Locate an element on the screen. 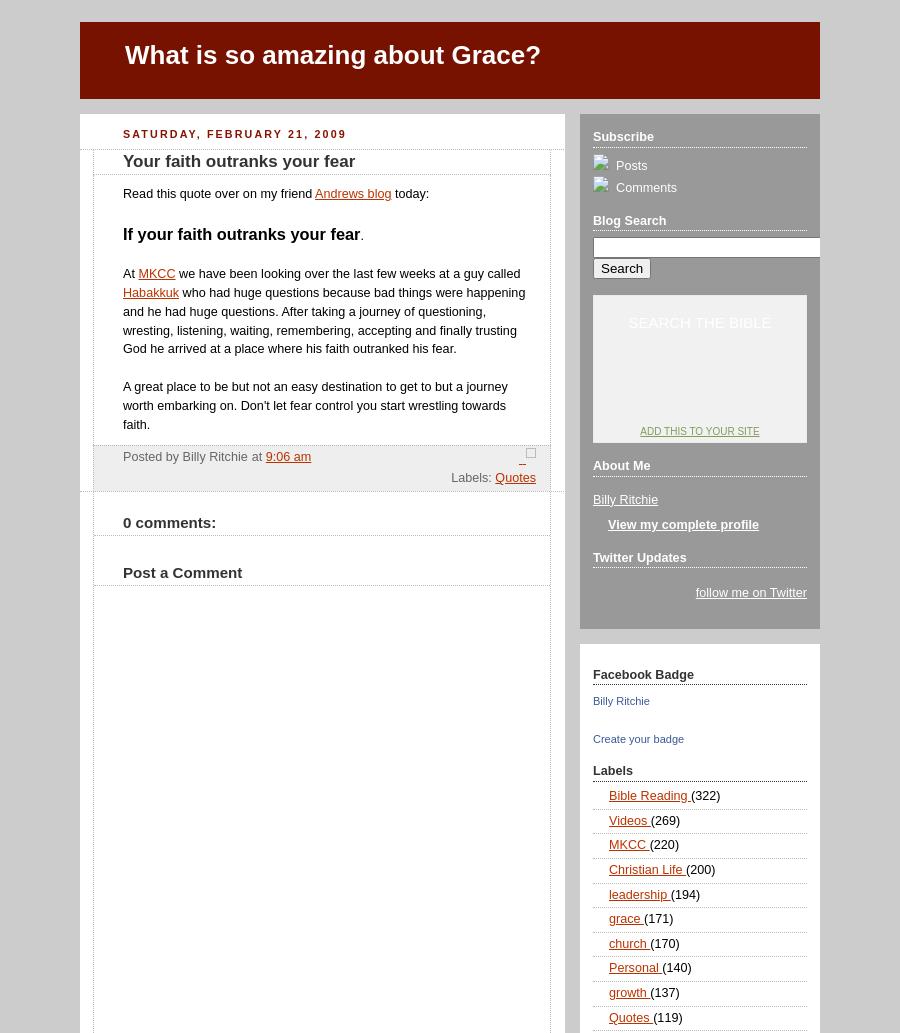 The height and width of the screenshot is (1033, 900). 'If your faith outranks your fear' is located at coordinates (240, 232).